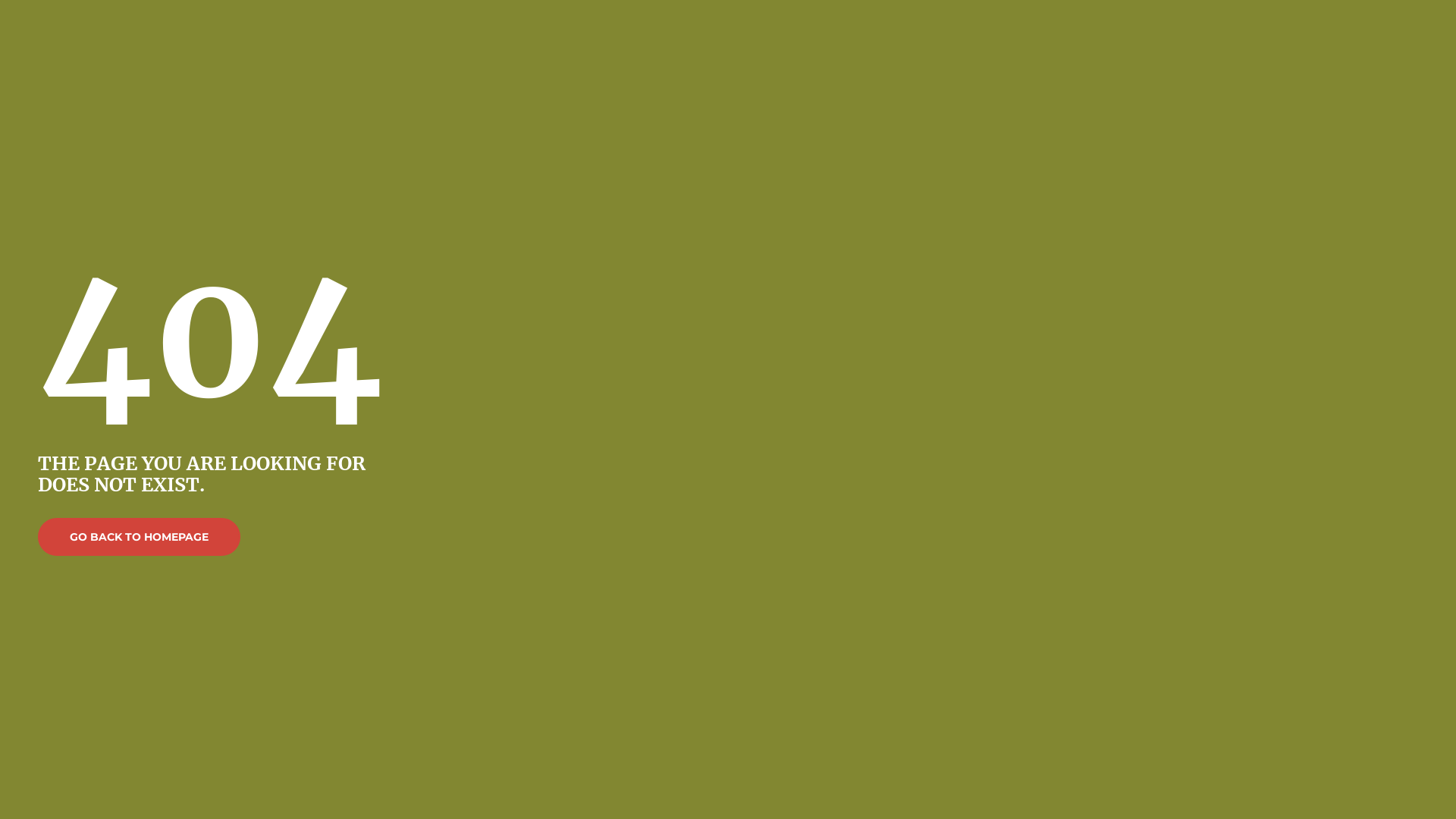 The width and height of the screenshot is (1456, 819). I want to click on 'GO BACK TO HOMEPAGE', so click(139, 536).